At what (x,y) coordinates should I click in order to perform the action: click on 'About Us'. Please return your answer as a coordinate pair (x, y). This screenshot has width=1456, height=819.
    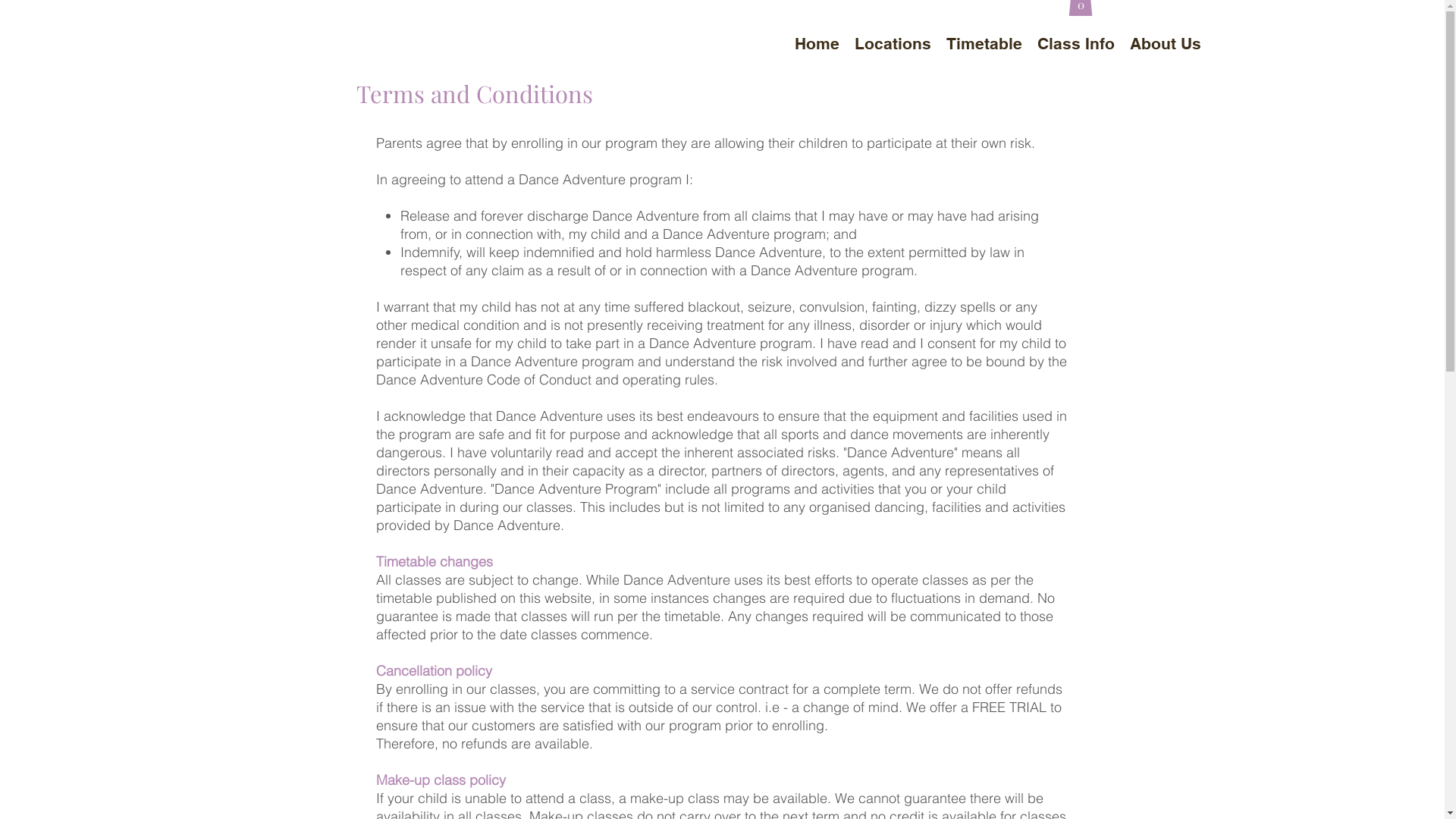
    Looking at the image, I should click on (1122, 42).